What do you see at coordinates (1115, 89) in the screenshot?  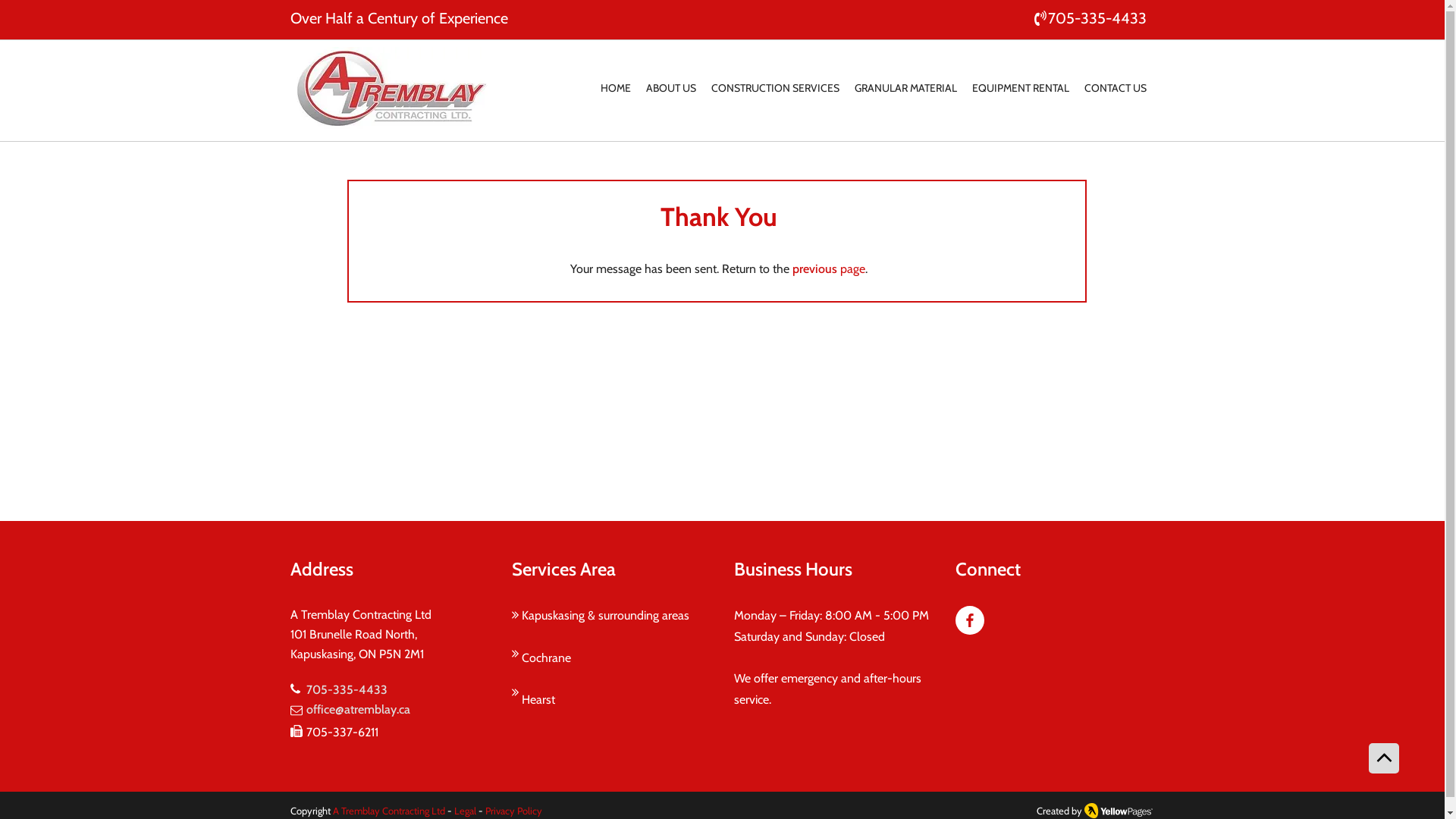 I see `'CONTACT US'` at bounding box center [1115, 89].